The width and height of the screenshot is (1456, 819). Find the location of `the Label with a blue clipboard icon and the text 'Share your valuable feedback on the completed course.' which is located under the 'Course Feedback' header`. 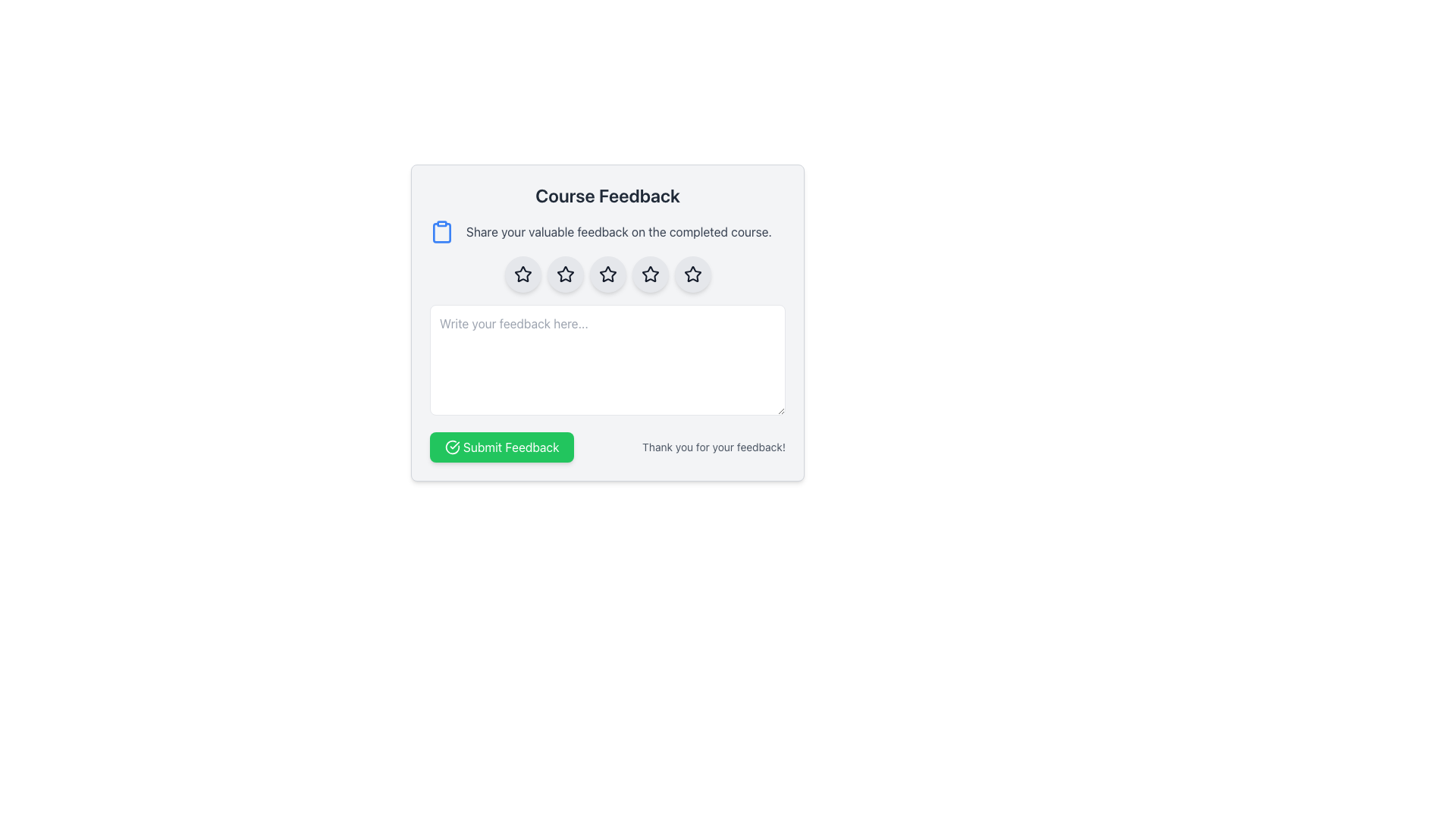

the Label with a blue clipboard icon and the text 'Share your valuable feedback on the completed course.' which is located under the 'Course Feedback' header is located at coordinates (607, 231).